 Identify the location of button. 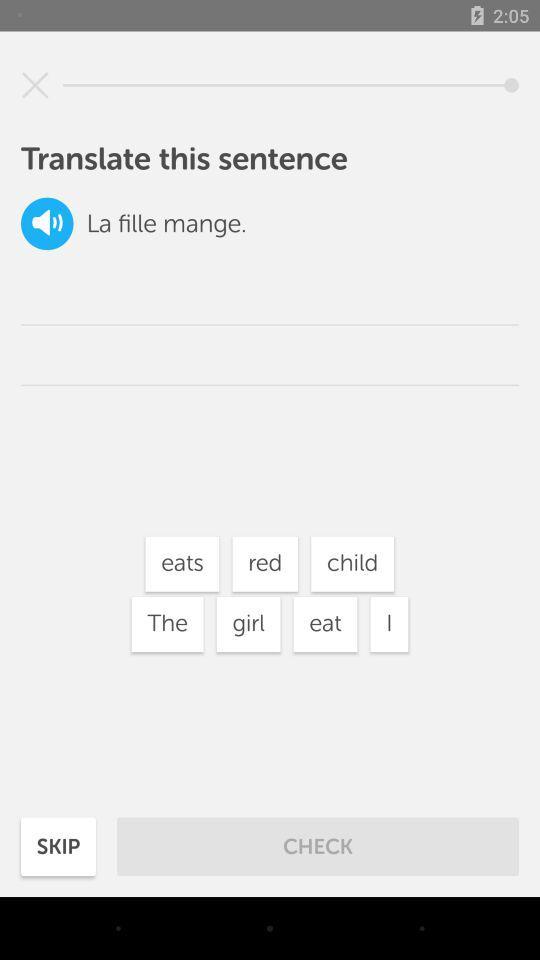
(35, 85).